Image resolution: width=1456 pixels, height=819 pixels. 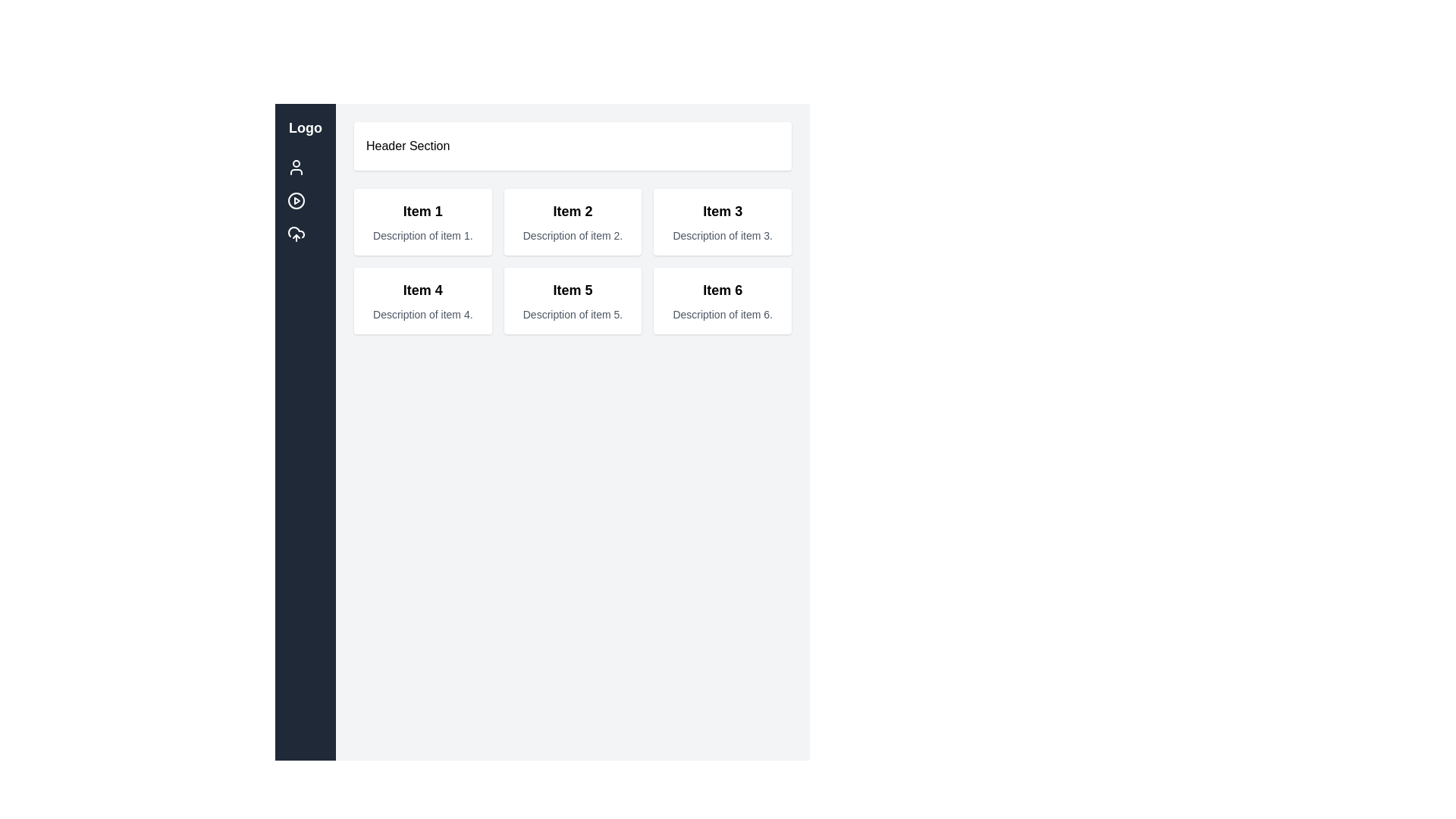 What do you see at coordinates (572, 301) in the screenshot?
I see `the card located in the second row and second column of the grid, adjacent` at bounding box center [572, 301].